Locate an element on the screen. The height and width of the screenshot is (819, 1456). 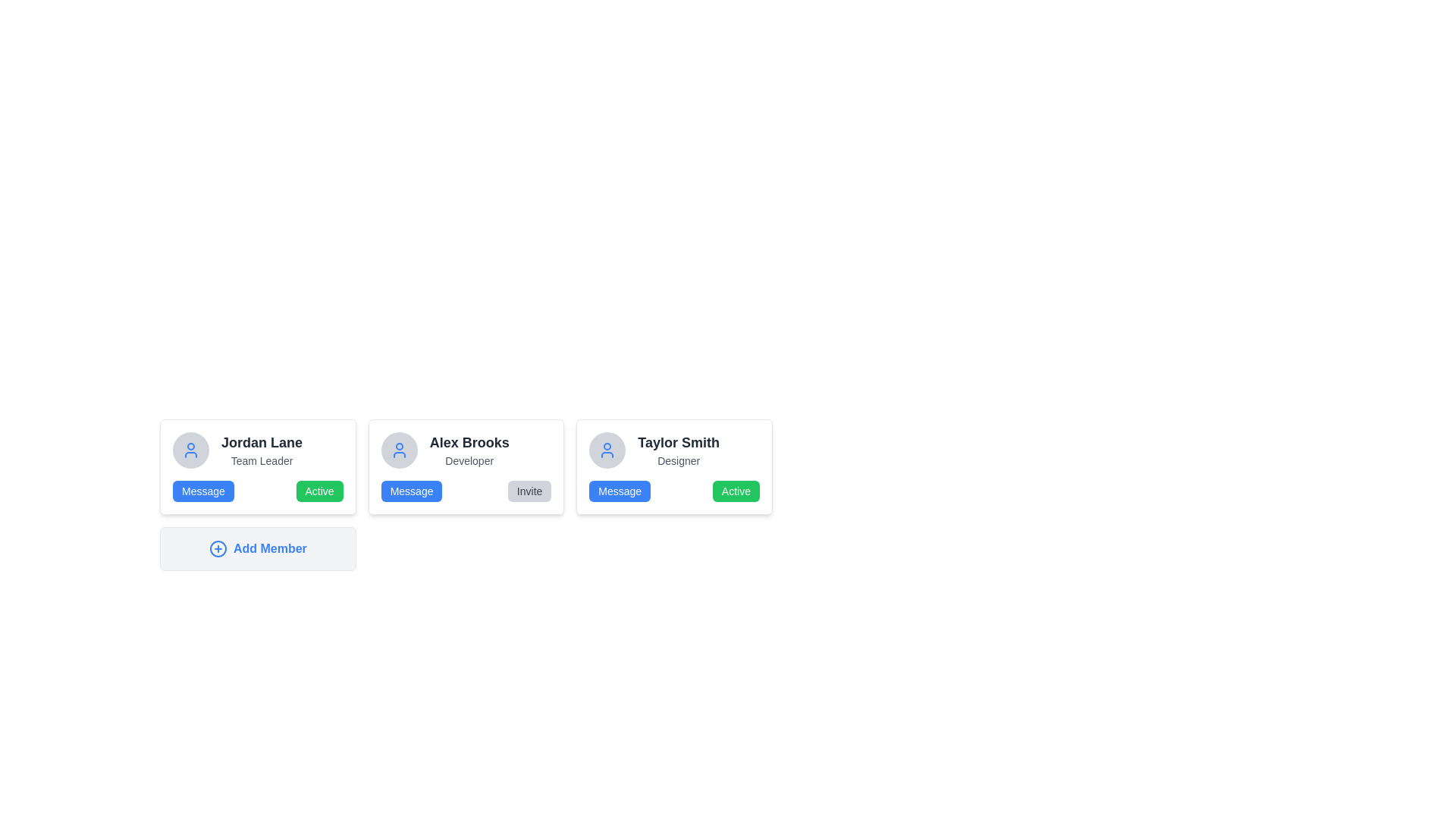
the button located in the first user profile card, positioned to the left of the 'Active' button is located at coordinates (202, 491).